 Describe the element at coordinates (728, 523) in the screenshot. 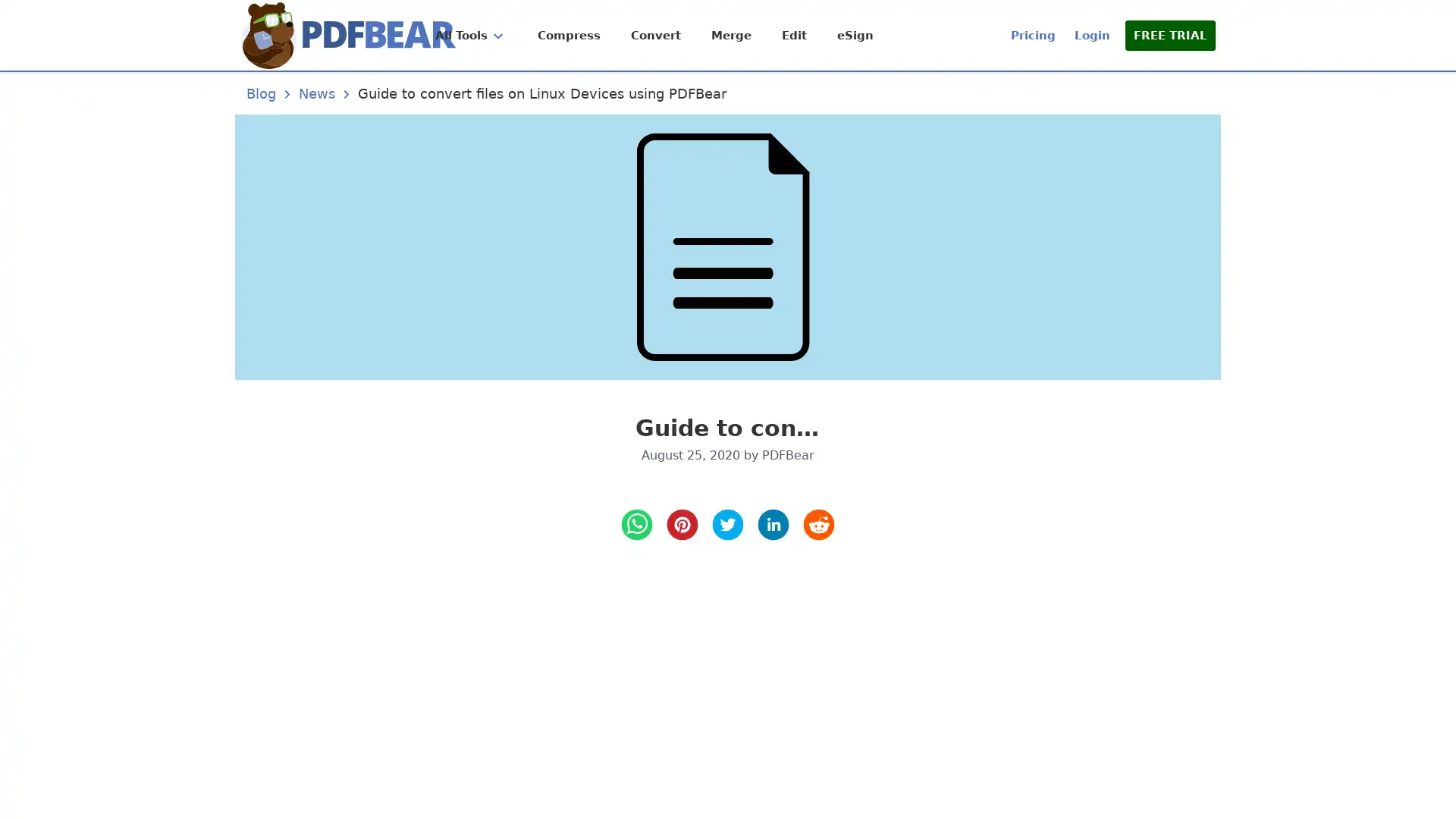

I see `twitter` at that location.